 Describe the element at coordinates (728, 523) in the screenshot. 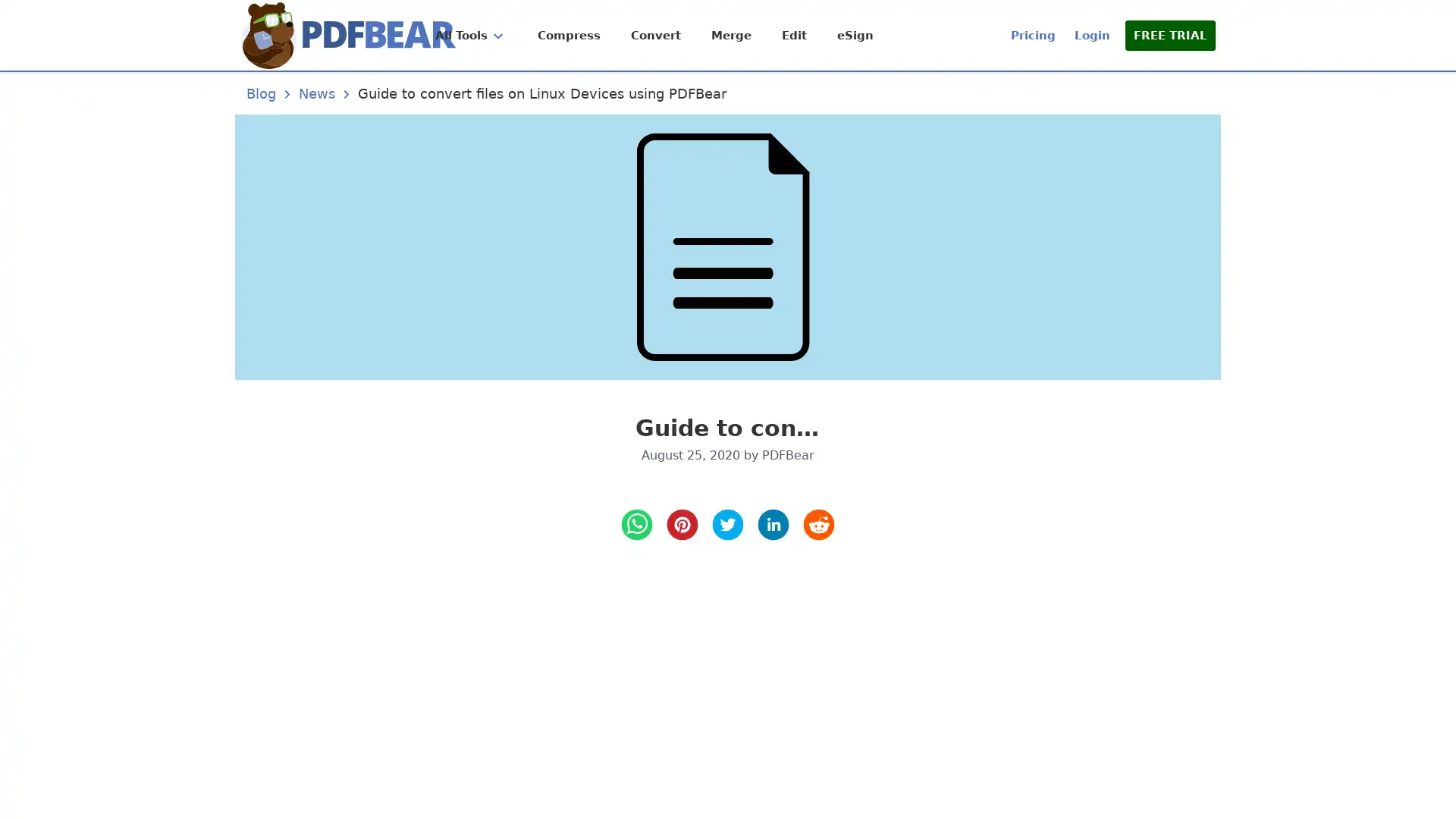

I see `twitter` at that location.